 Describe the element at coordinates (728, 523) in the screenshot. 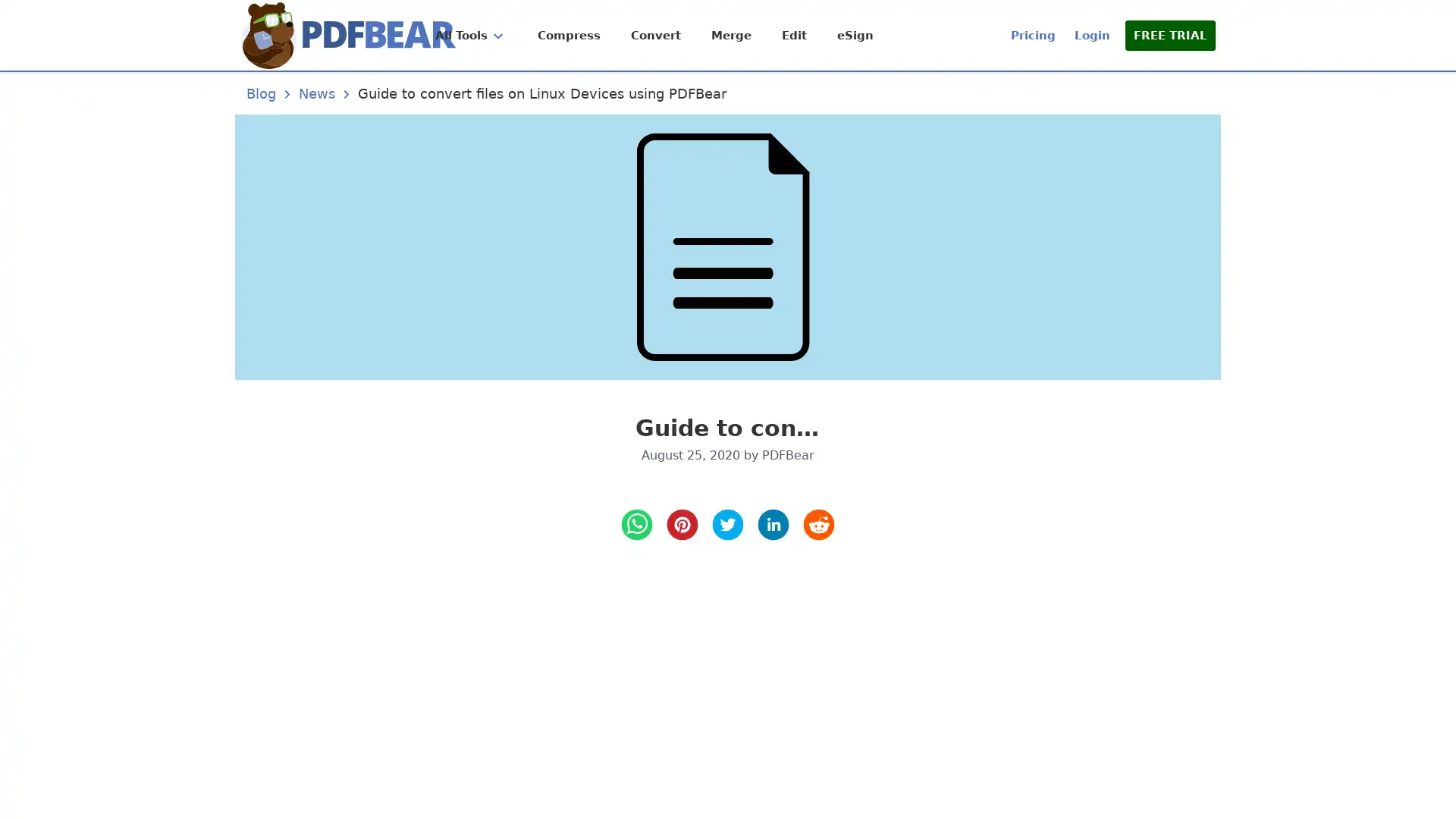

I see `twitter` at that location.